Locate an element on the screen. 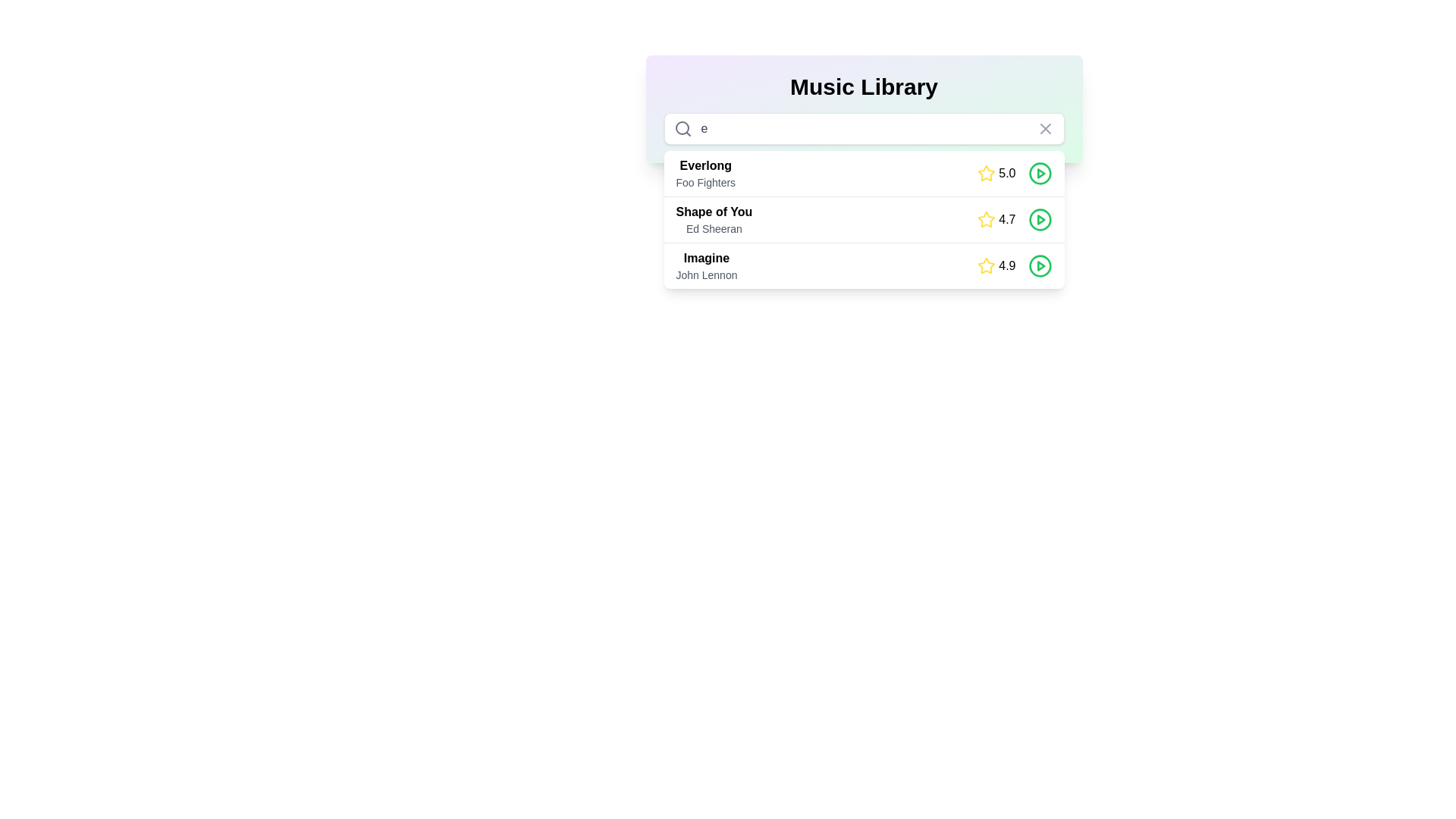  the play button of the first song entry in the 'Music Library' dropdown menu to play the song is located at coordinates (864, 173).